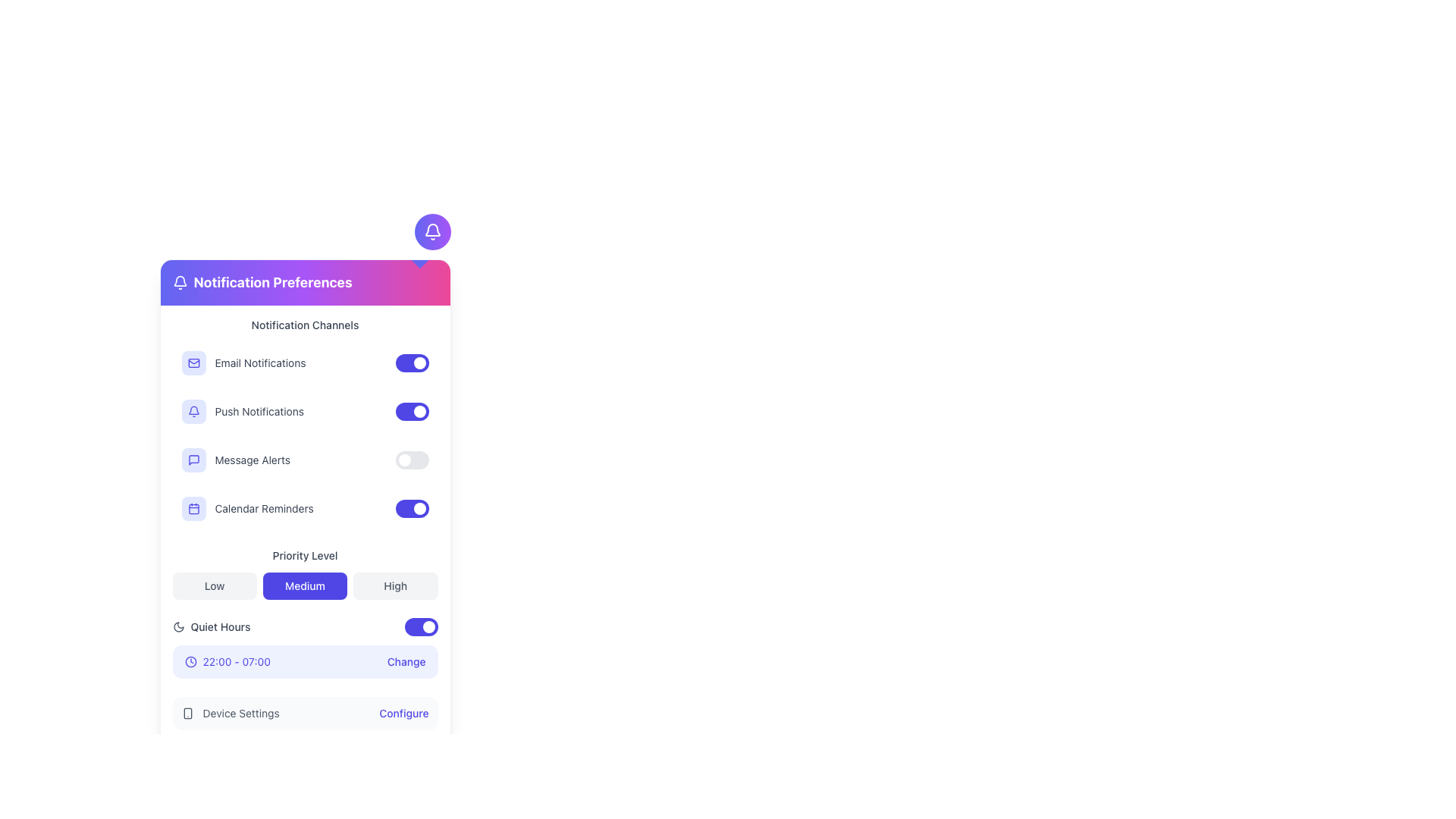 Image resolution: width=1456 pixels, height=819 pixels. I want to click on the 'Message Alerts' icon located in the 'Notification Channels' section of the 'Notification Preferences' panel, which is the third icon in the row, so click(193, 459).